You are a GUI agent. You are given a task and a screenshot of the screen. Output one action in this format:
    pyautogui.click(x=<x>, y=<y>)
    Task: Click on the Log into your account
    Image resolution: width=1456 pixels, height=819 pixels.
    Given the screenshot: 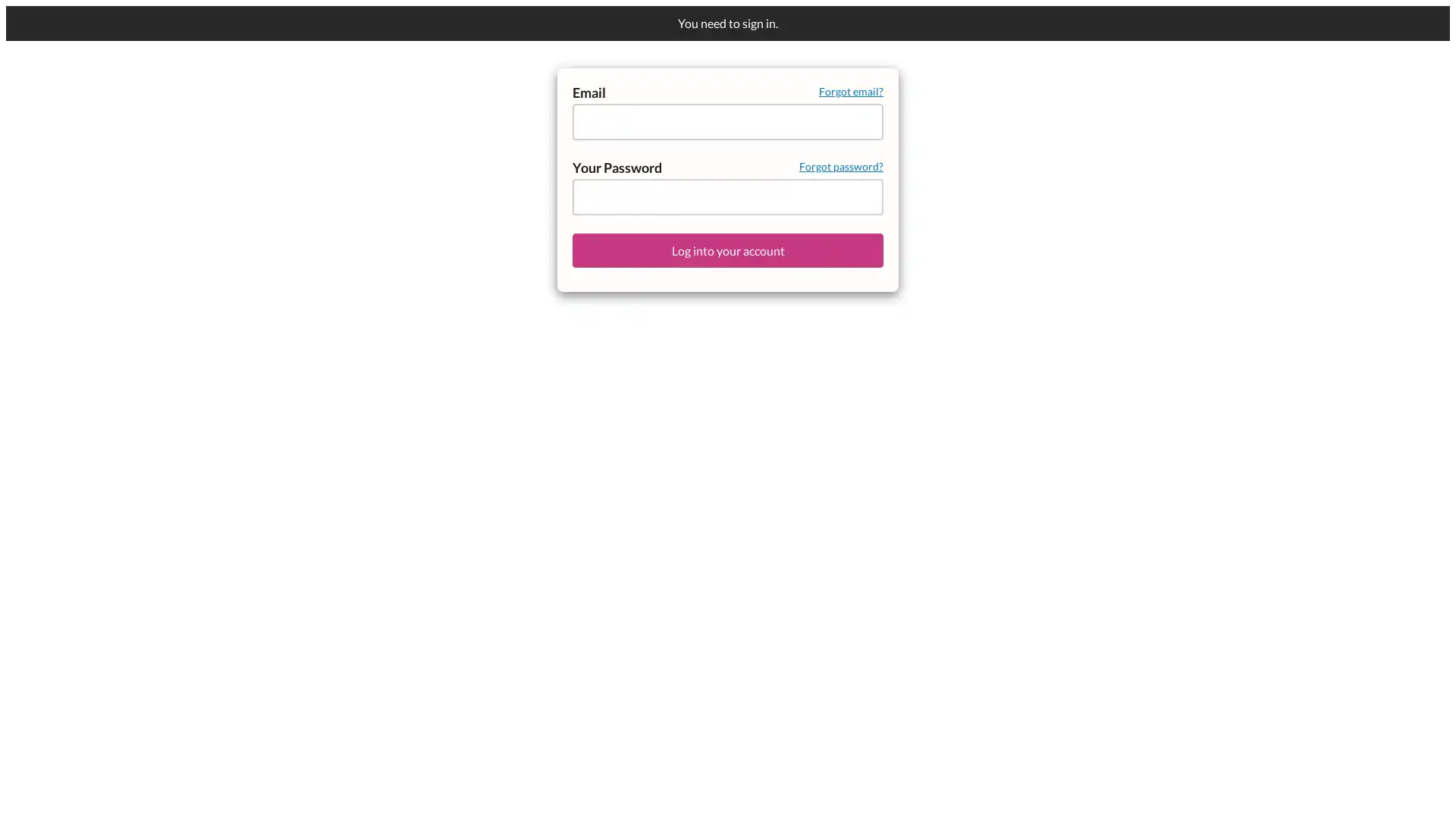 What is the action you would take?
    pyautogui.click(x=728, y=249)
    